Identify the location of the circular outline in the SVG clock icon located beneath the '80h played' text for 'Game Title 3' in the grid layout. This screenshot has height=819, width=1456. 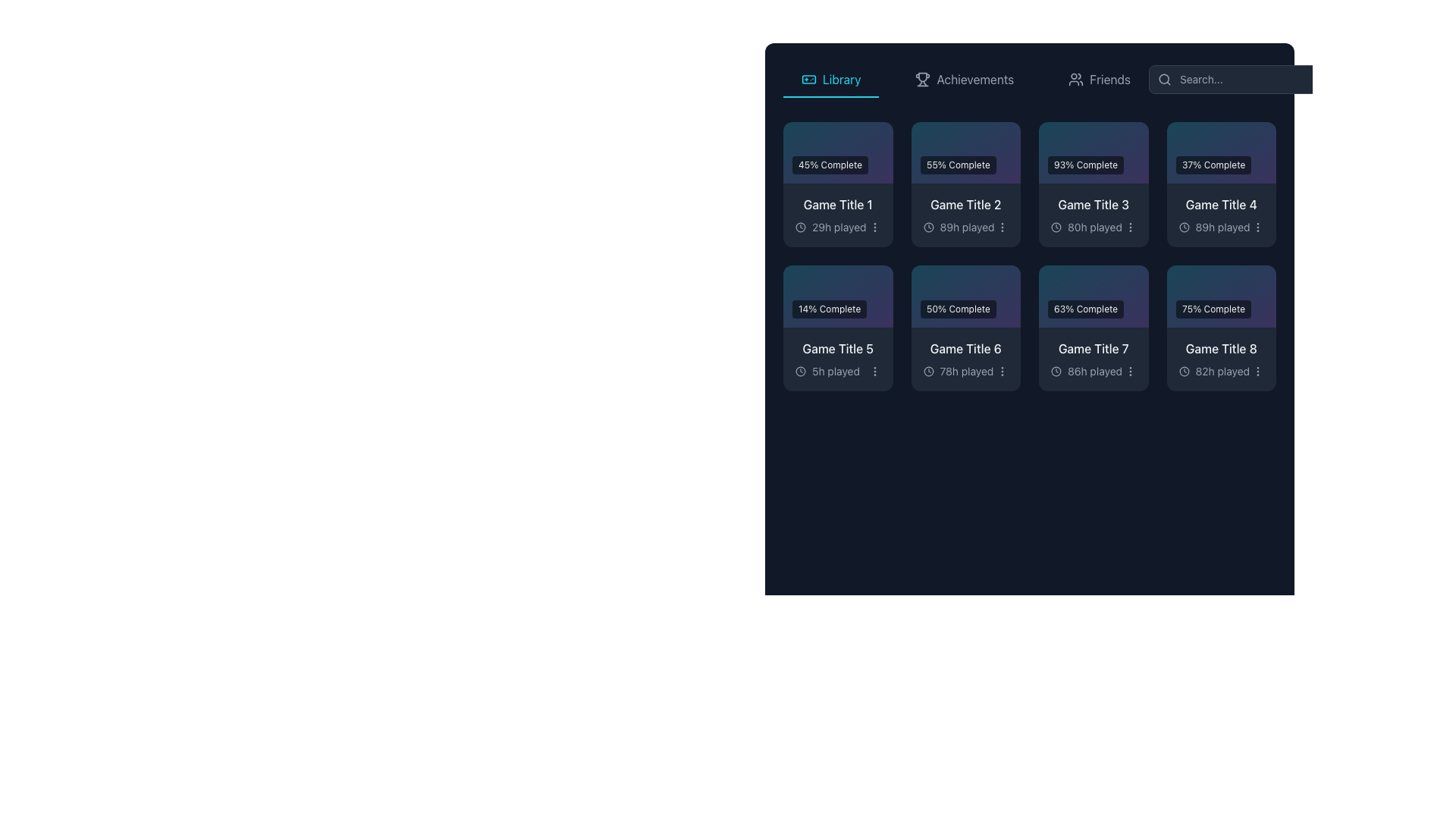
(1055, 227).